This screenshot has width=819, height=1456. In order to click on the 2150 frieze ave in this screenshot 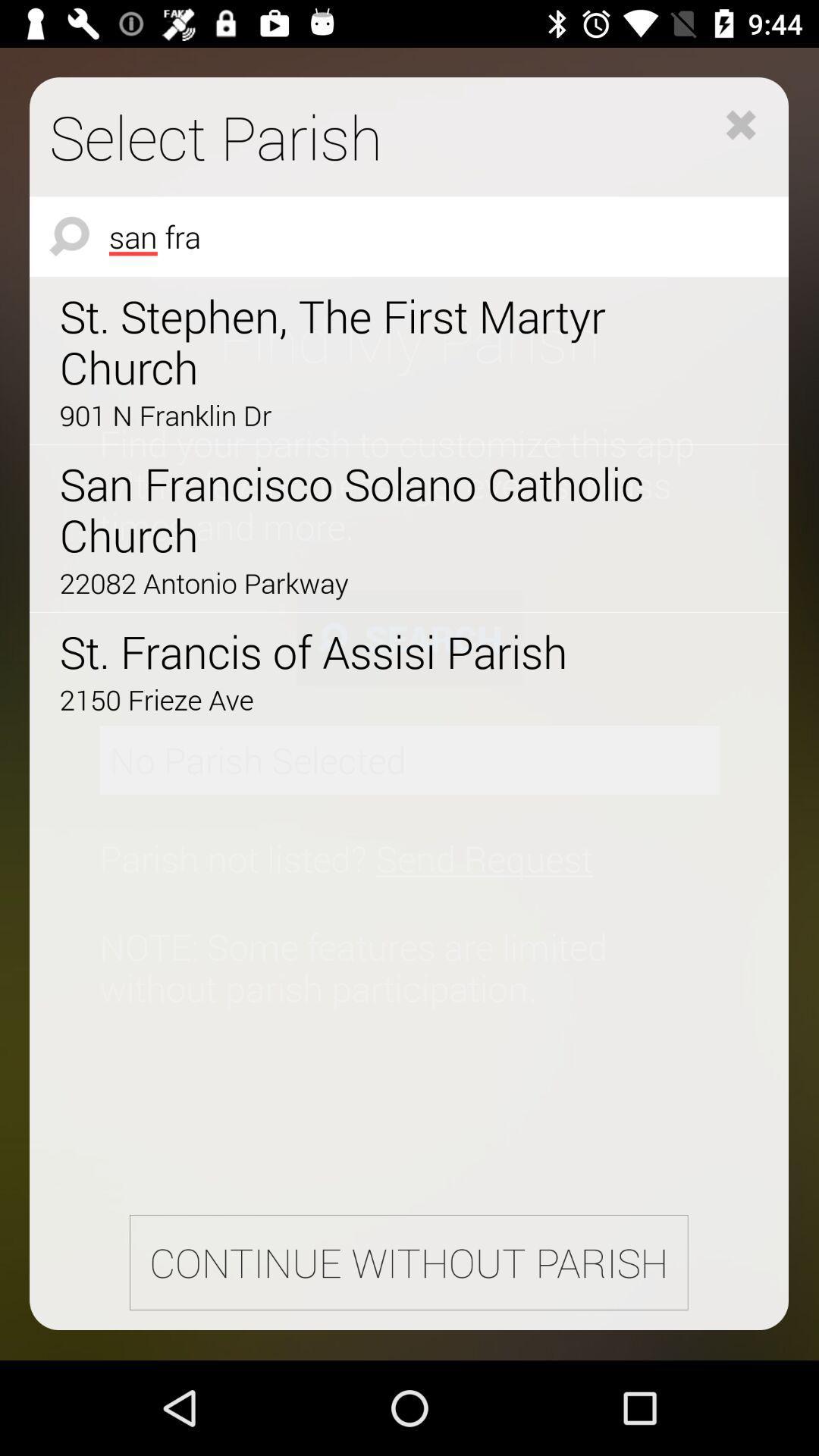, I will do `click(366, 698)`.